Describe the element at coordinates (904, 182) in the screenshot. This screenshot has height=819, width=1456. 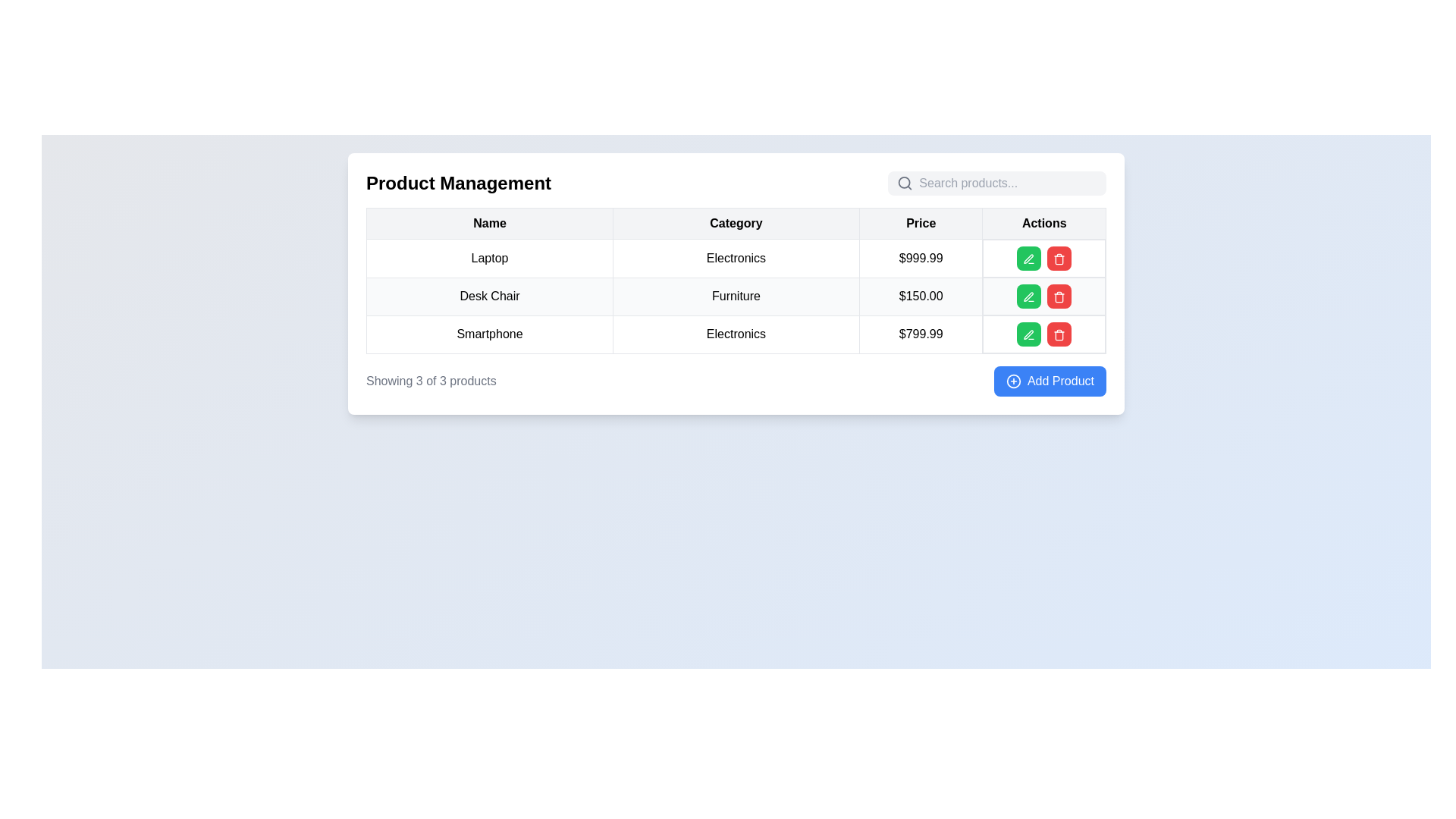
I see `the circle element that represents the magnifying glass in the search icon, located to the left of the search input field at the top-right corner of the Product Management panel` at that location.